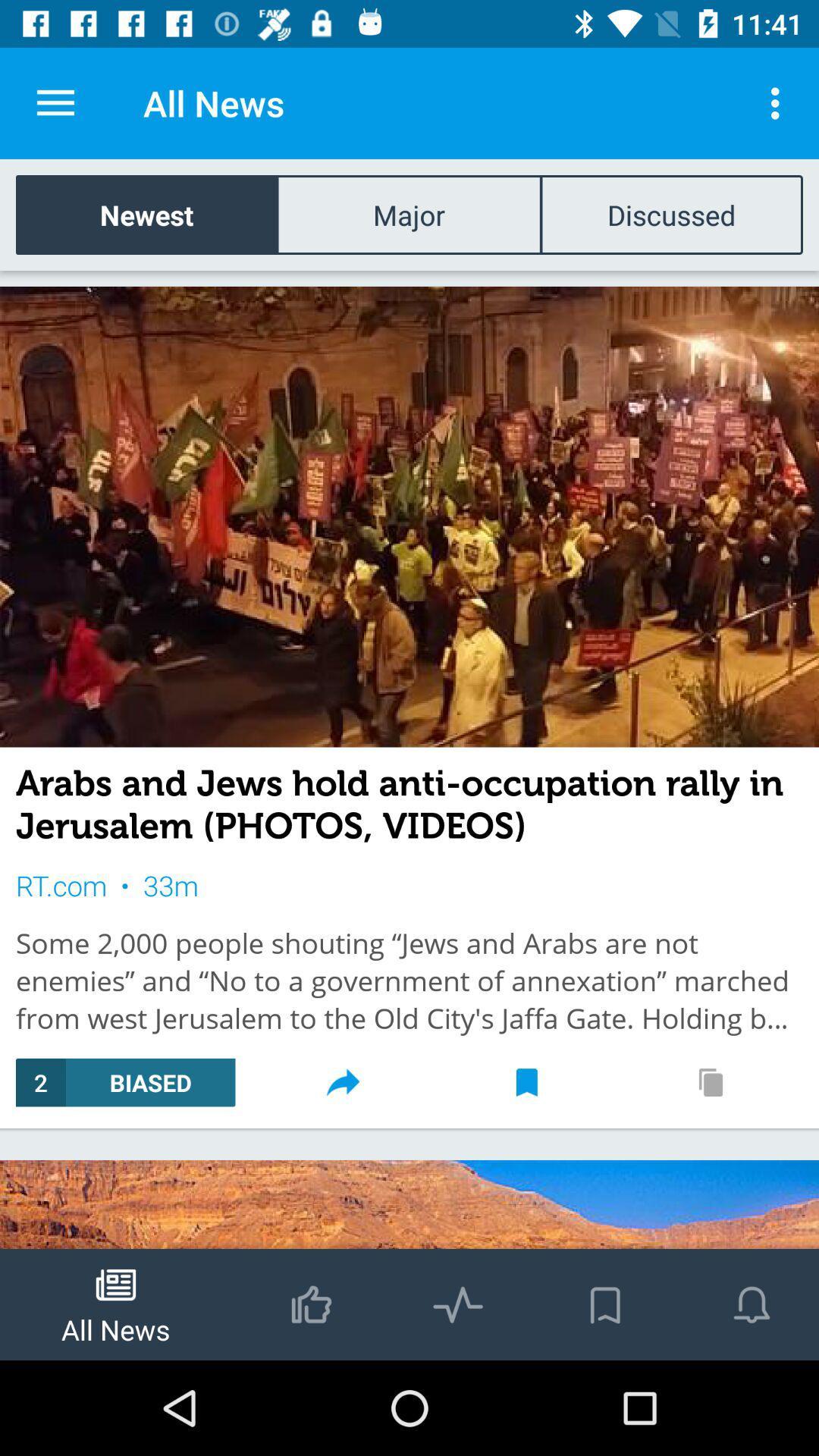 This screenshot has height=1456, width=819. What do you see at coordinates (146, 214) in the screenshot?
I see `newest icon` at bounding box center [146, 214].